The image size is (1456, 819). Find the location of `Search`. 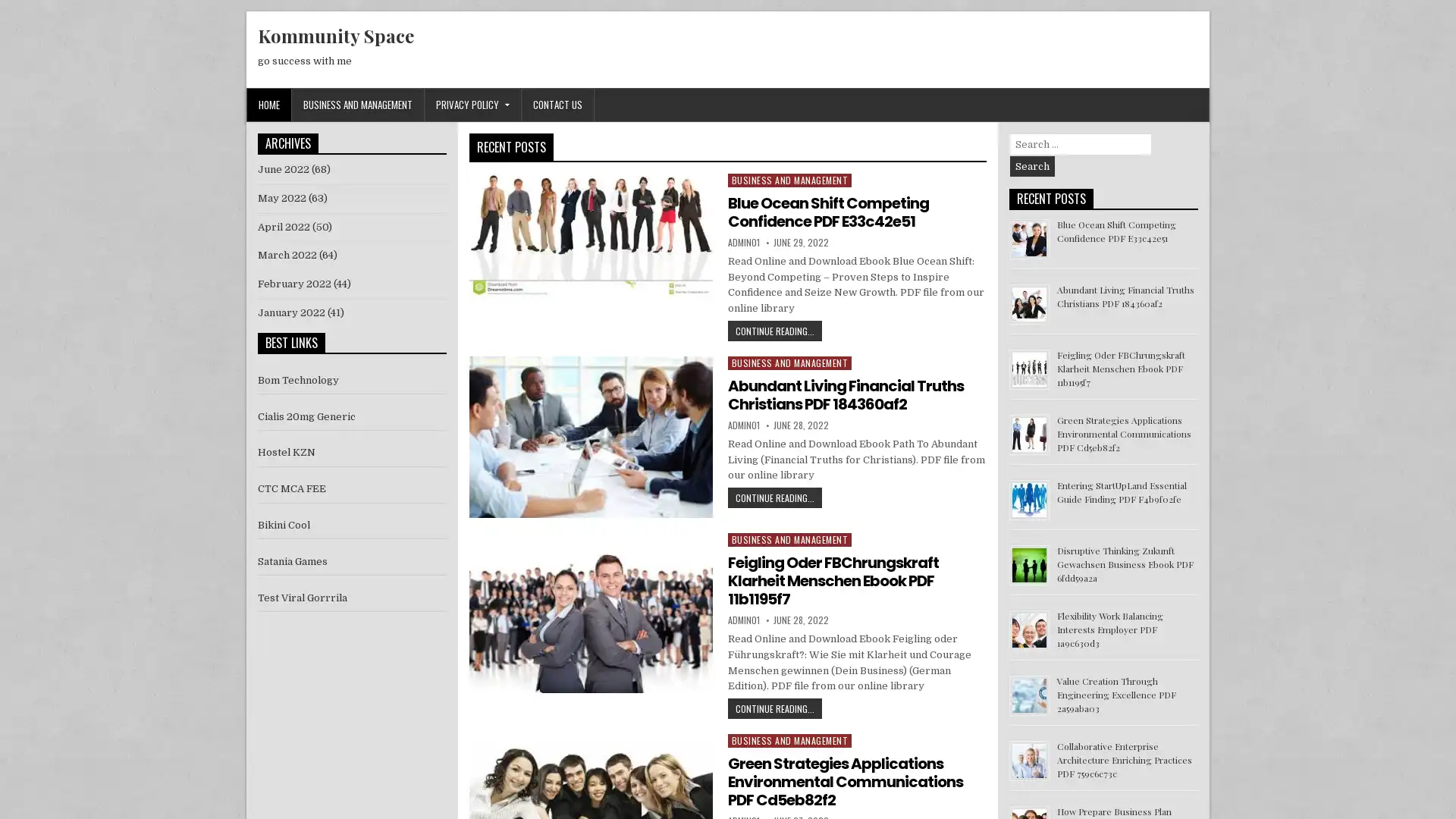

Search is located at coordinates (1031, 166).